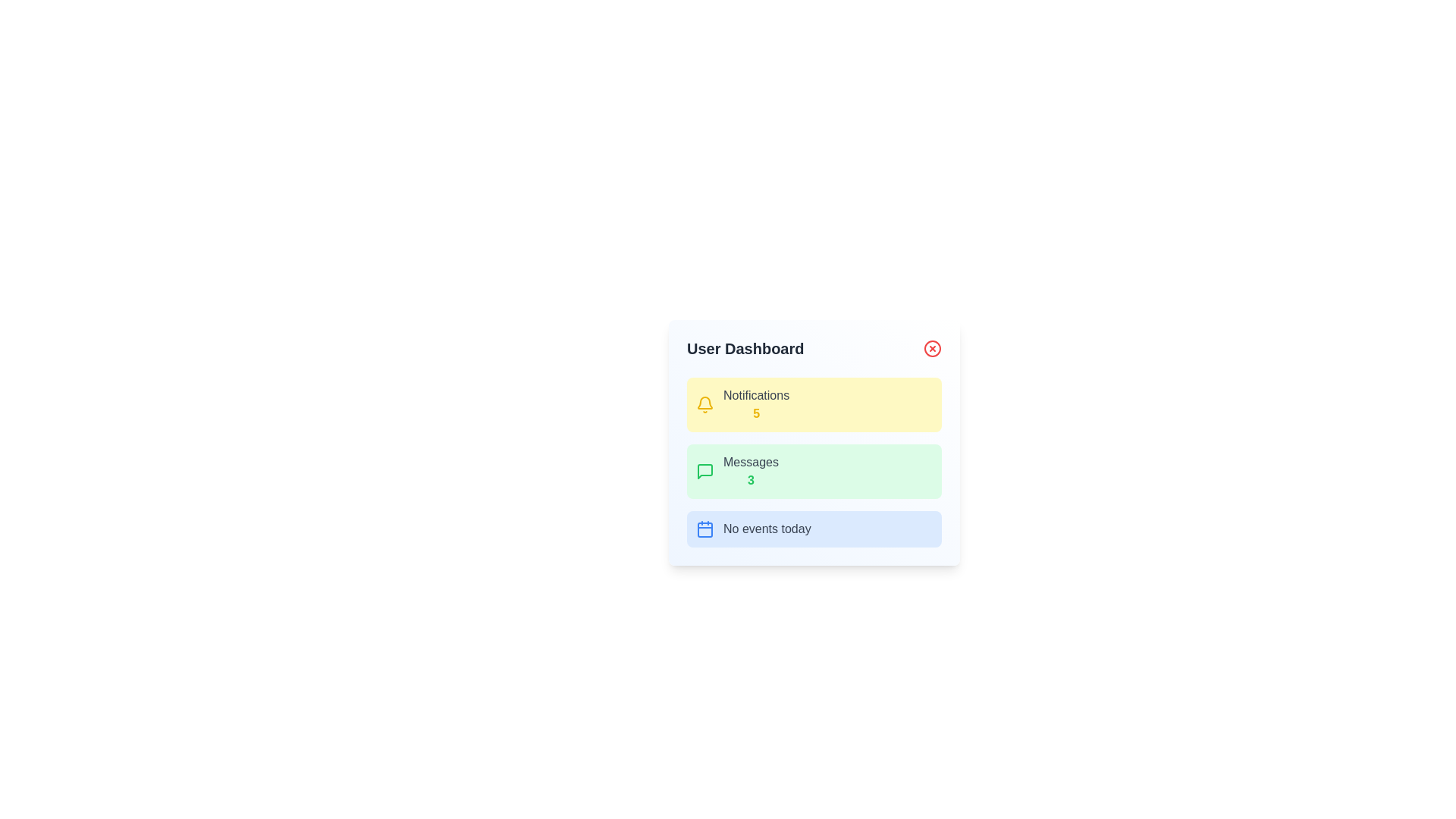  Describe the element at coordinates (931, 348) in the screenshot. I see `the red circular button with a white 'X' icon, located` at that location.